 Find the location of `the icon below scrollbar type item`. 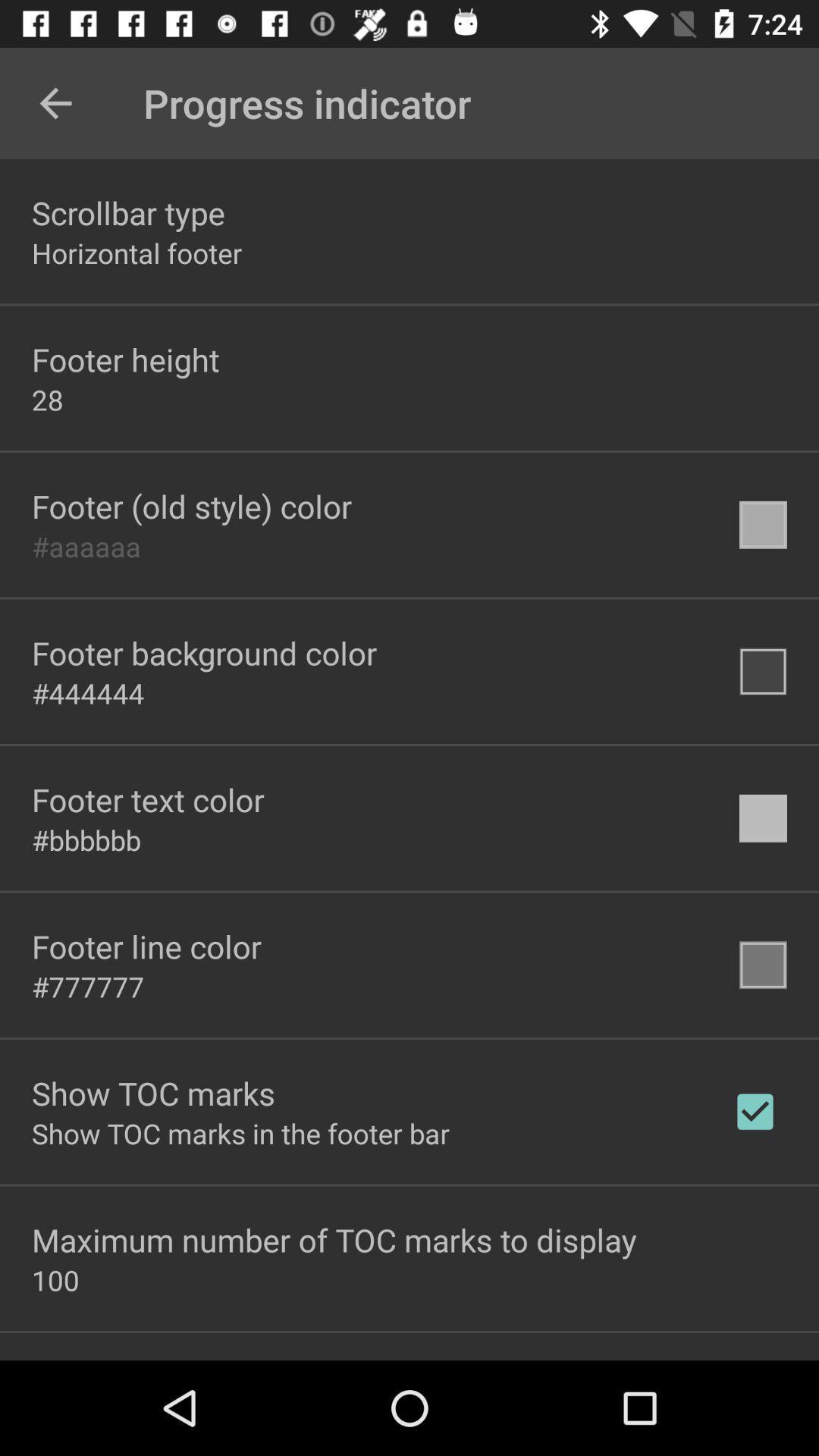

the icon below scrollbar type item is located at coordinates (136, 253).